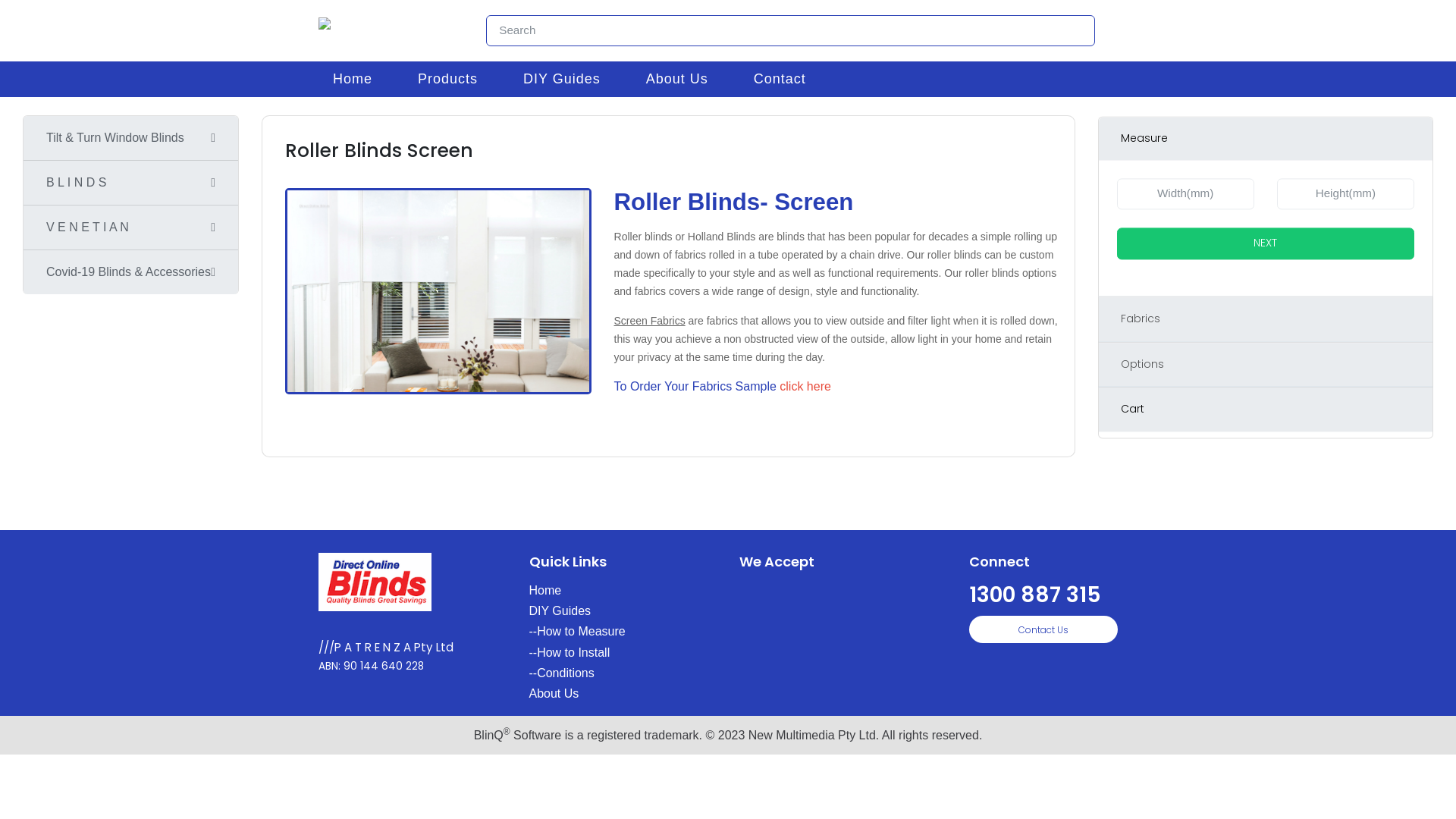  I want to click on 'Contact Us', so click(1043, 629).